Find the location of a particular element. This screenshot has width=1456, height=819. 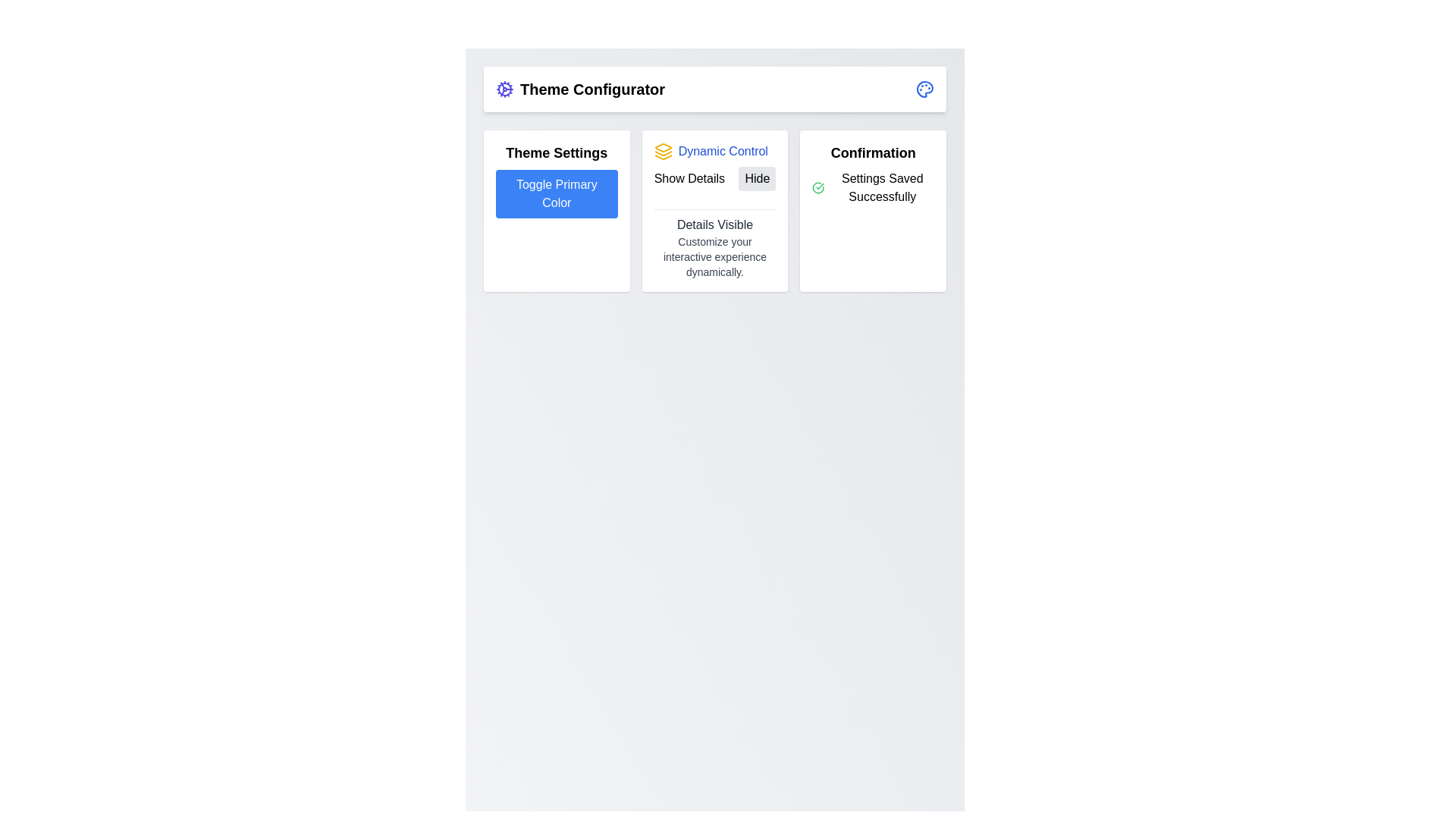

text notification 'Settings Saved Successfully' located in the rightmost card of the 'Confirmation' layout, beside a green circular checkmark icon is located at coordinates (882, 187).